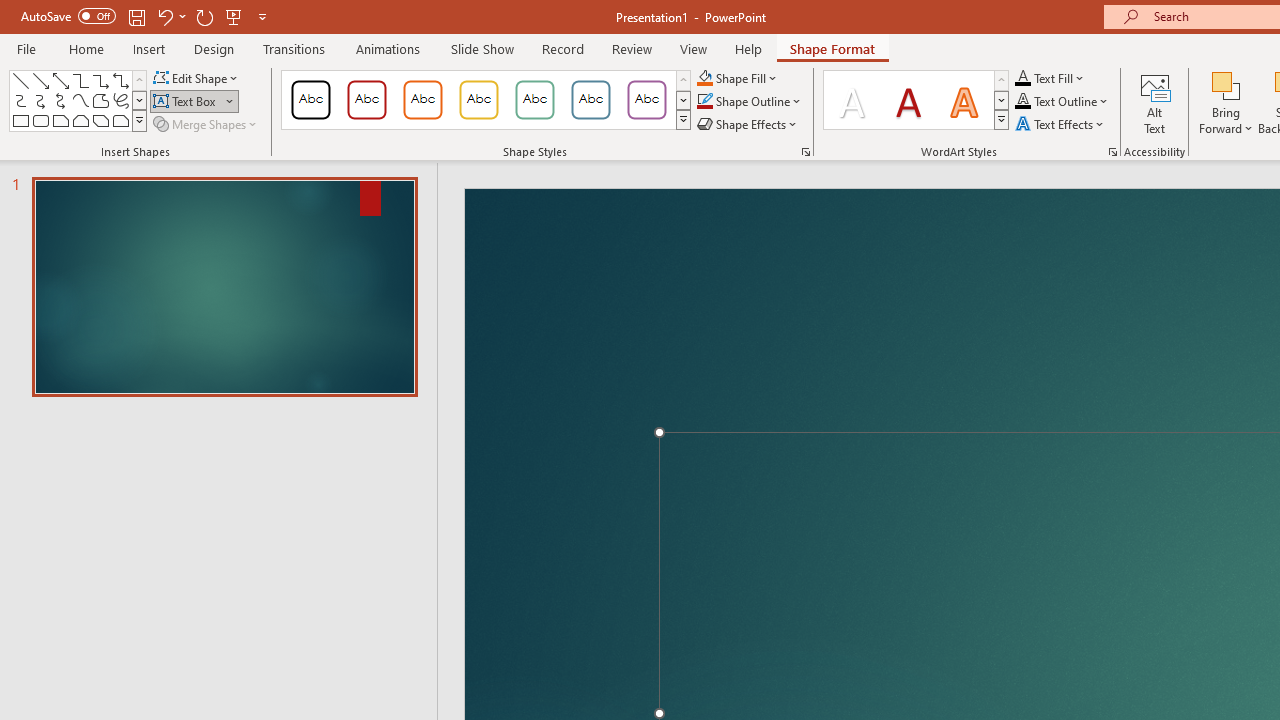 This screenshot has width=1280, height=720. I want to click on 'Line Arrow: Double', so click(60, 80).